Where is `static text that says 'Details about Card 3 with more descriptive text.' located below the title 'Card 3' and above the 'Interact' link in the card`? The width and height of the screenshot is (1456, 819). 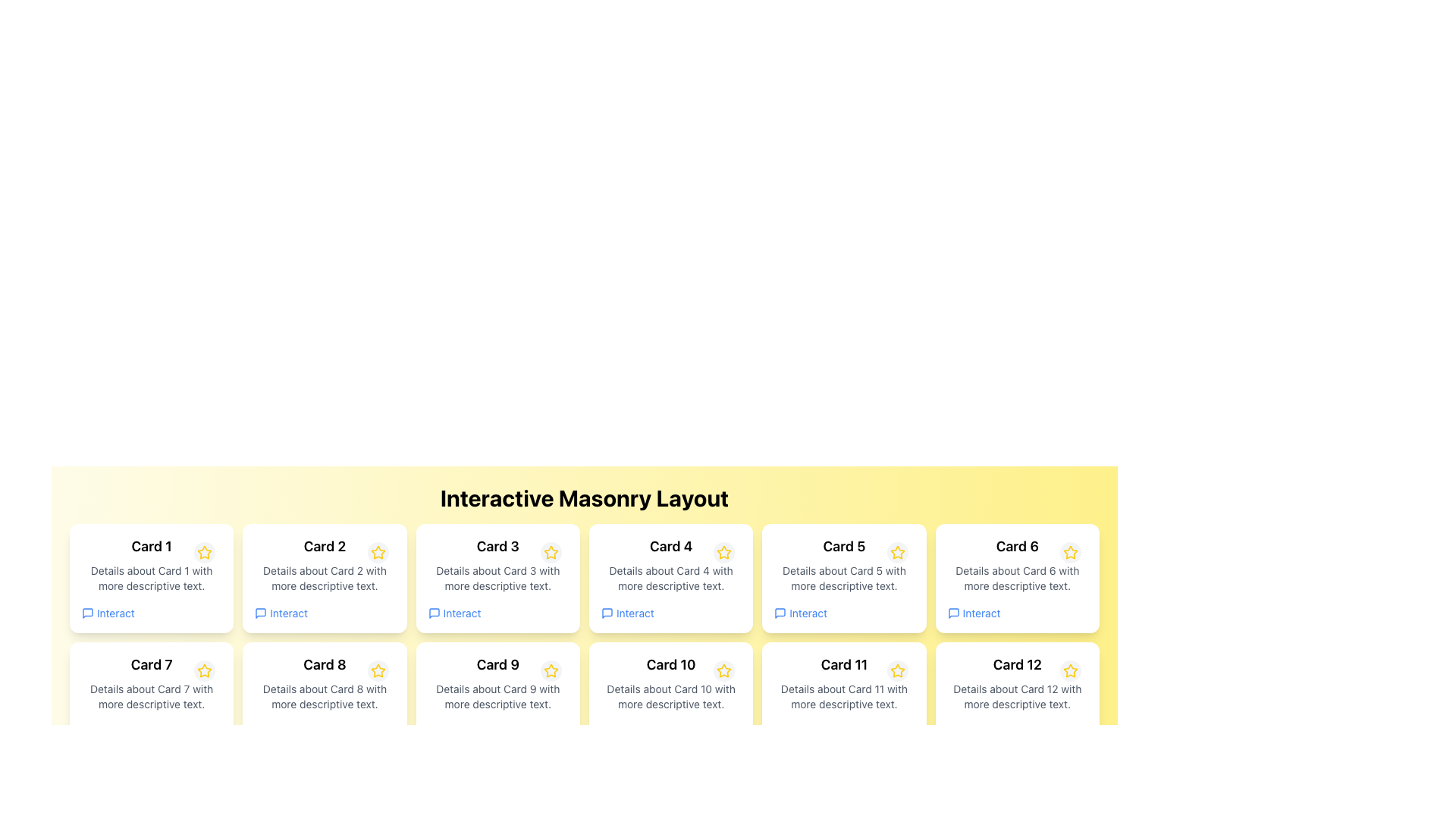
static text that says 'Details about Card 3 with more descriptive text.' located below the title 'Card 3' and above the 'Interact' link in the card is located at coordinates (497, 579).